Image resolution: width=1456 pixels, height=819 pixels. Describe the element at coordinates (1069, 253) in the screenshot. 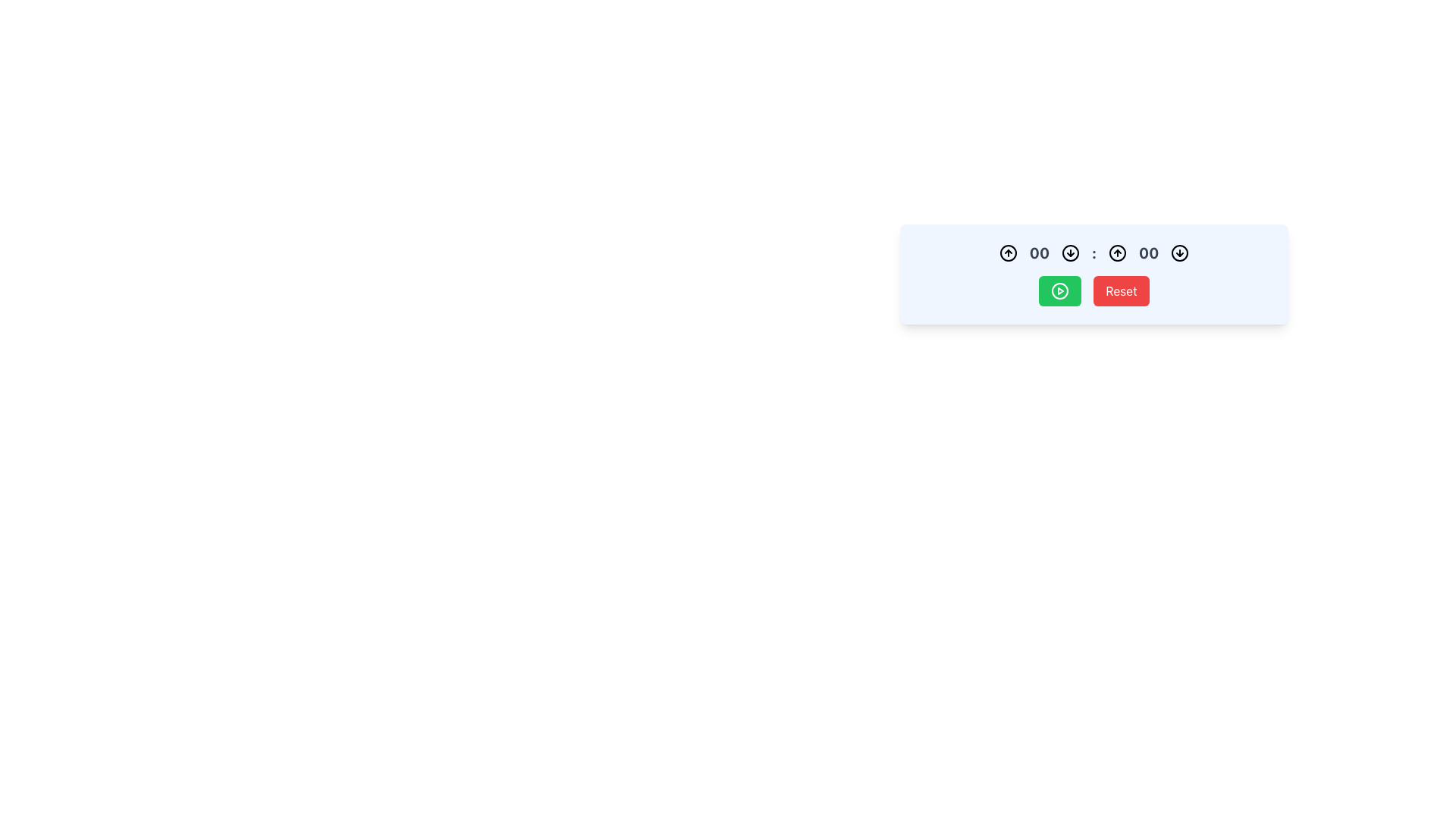

I see `the circular button with a downward-pointing arrow, which is the fifth icon in a horizontal row, positioned between a '00' text component and a colon ':' symbol` at that location.